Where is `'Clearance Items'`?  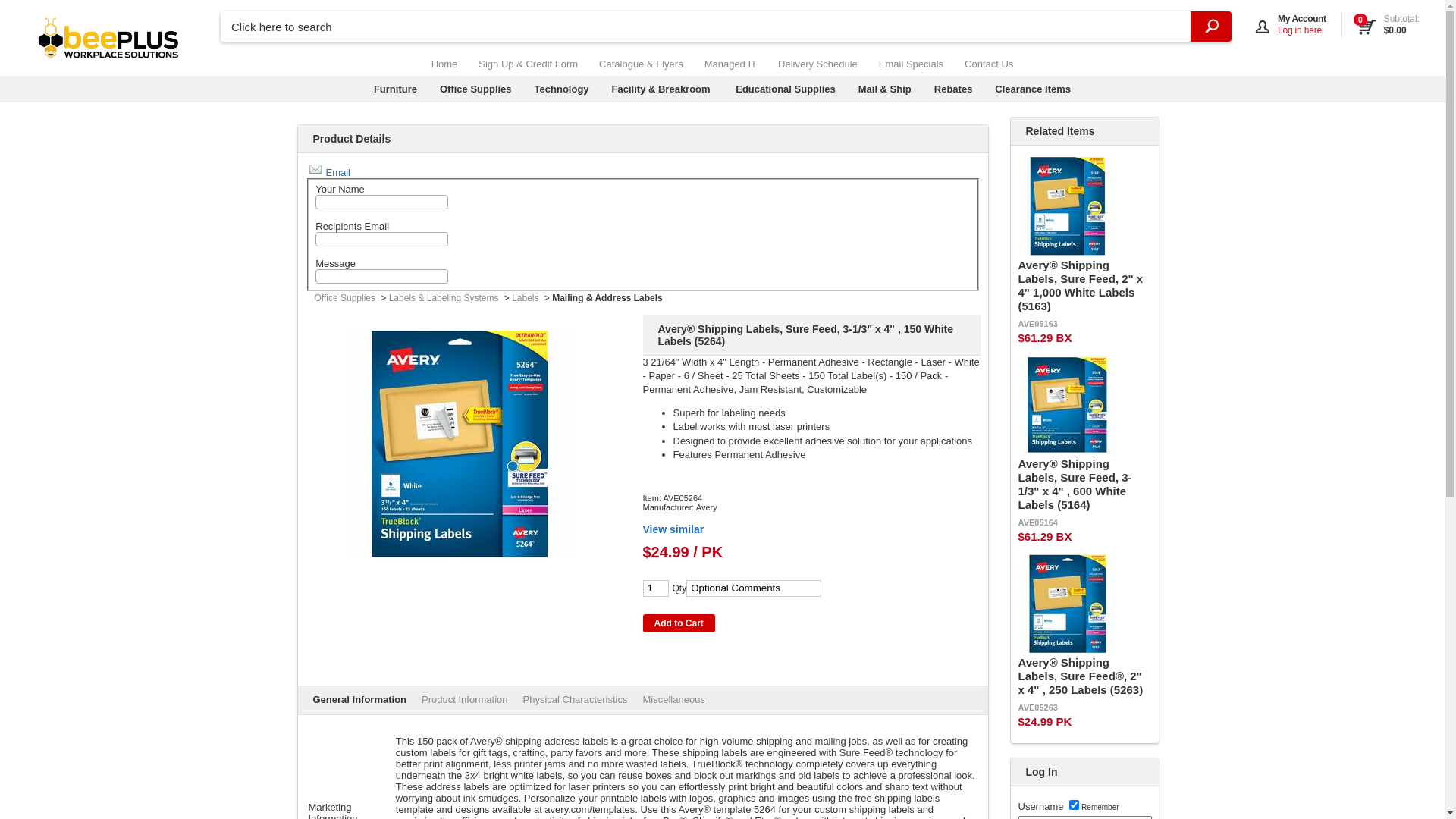 'Clearance Items' is located at coordinates (1032, 89).